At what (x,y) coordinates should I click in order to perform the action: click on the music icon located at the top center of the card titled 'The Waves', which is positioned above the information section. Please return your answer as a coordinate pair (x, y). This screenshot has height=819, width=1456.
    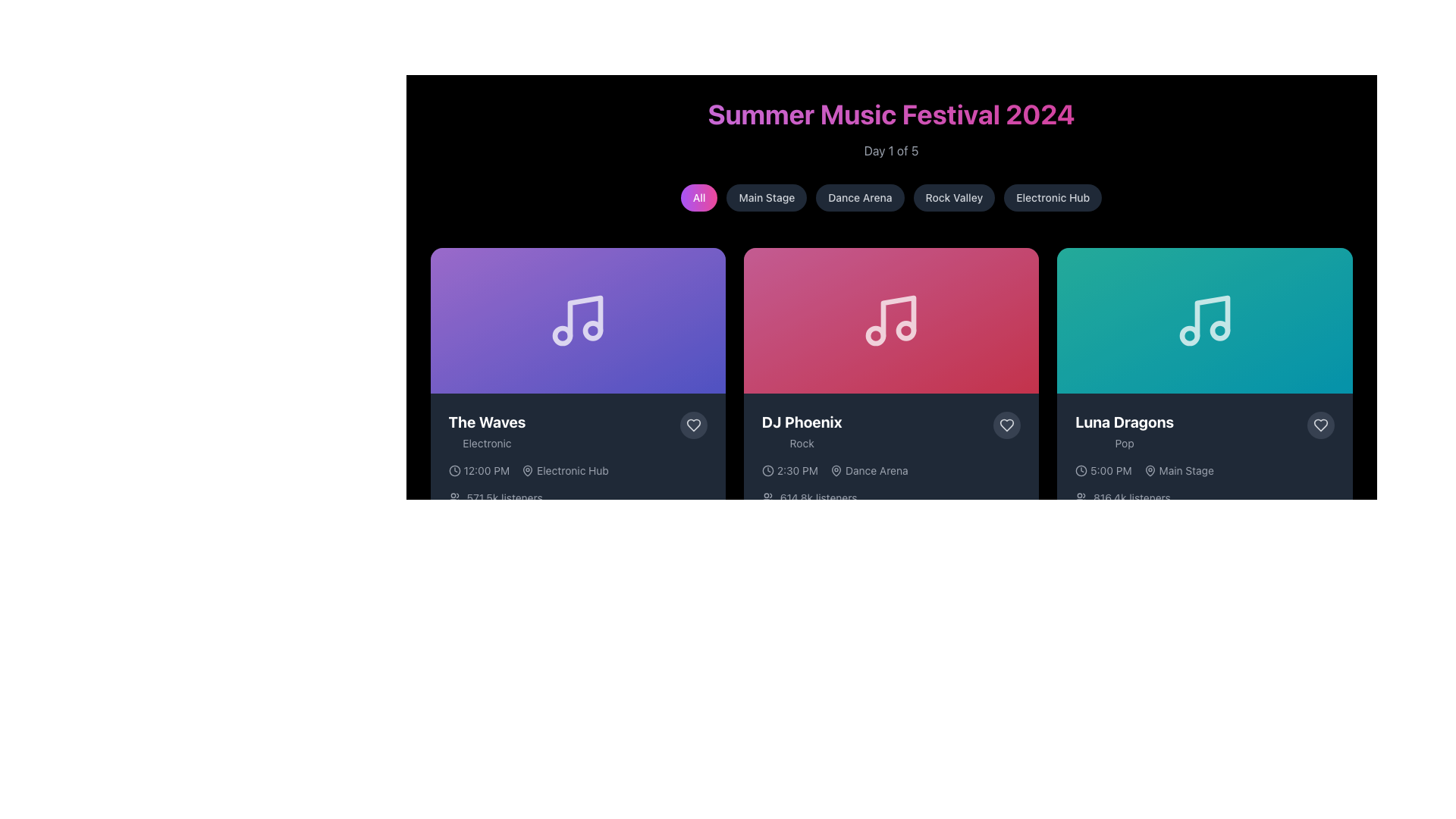
    Looking at the image, I should click on (577, 320).